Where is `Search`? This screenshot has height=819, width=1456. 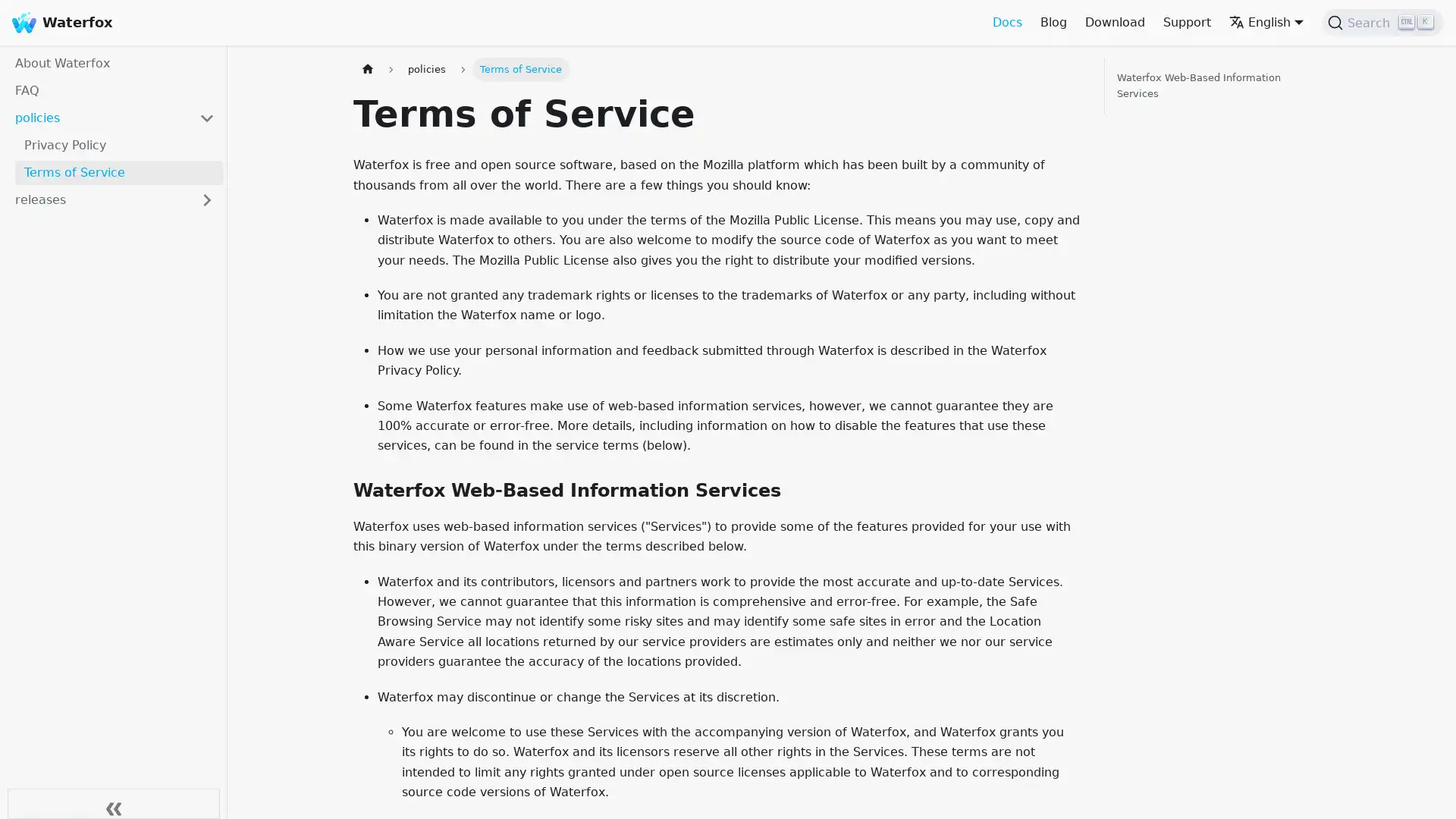
Search is located at coordinates (1382, 23).